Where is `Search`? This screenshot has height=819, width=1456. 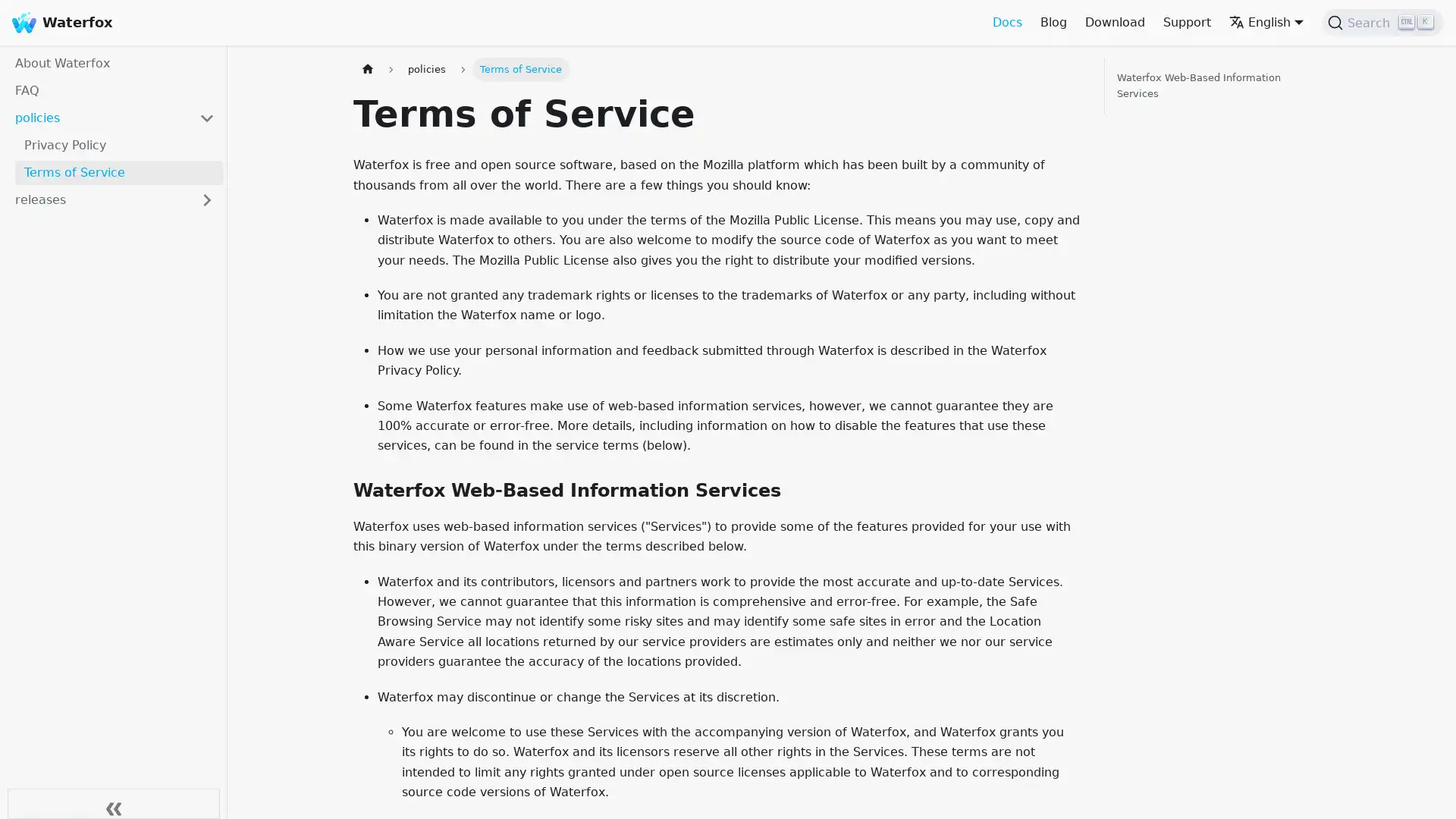
Search is located at coordinates (1382, 23).